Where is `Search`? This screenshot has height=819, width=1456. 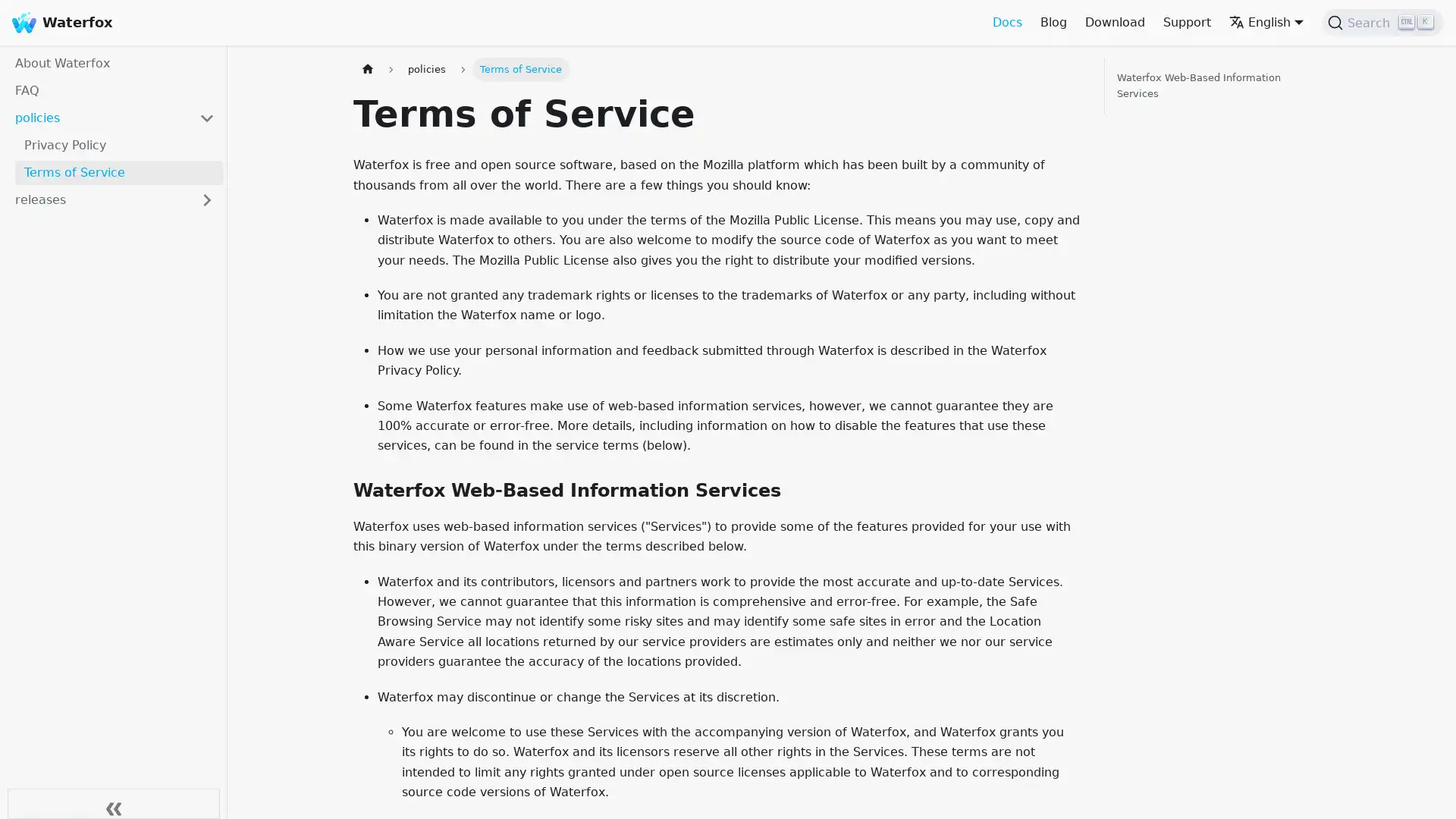
Search is located at coordinates (1382, 23).